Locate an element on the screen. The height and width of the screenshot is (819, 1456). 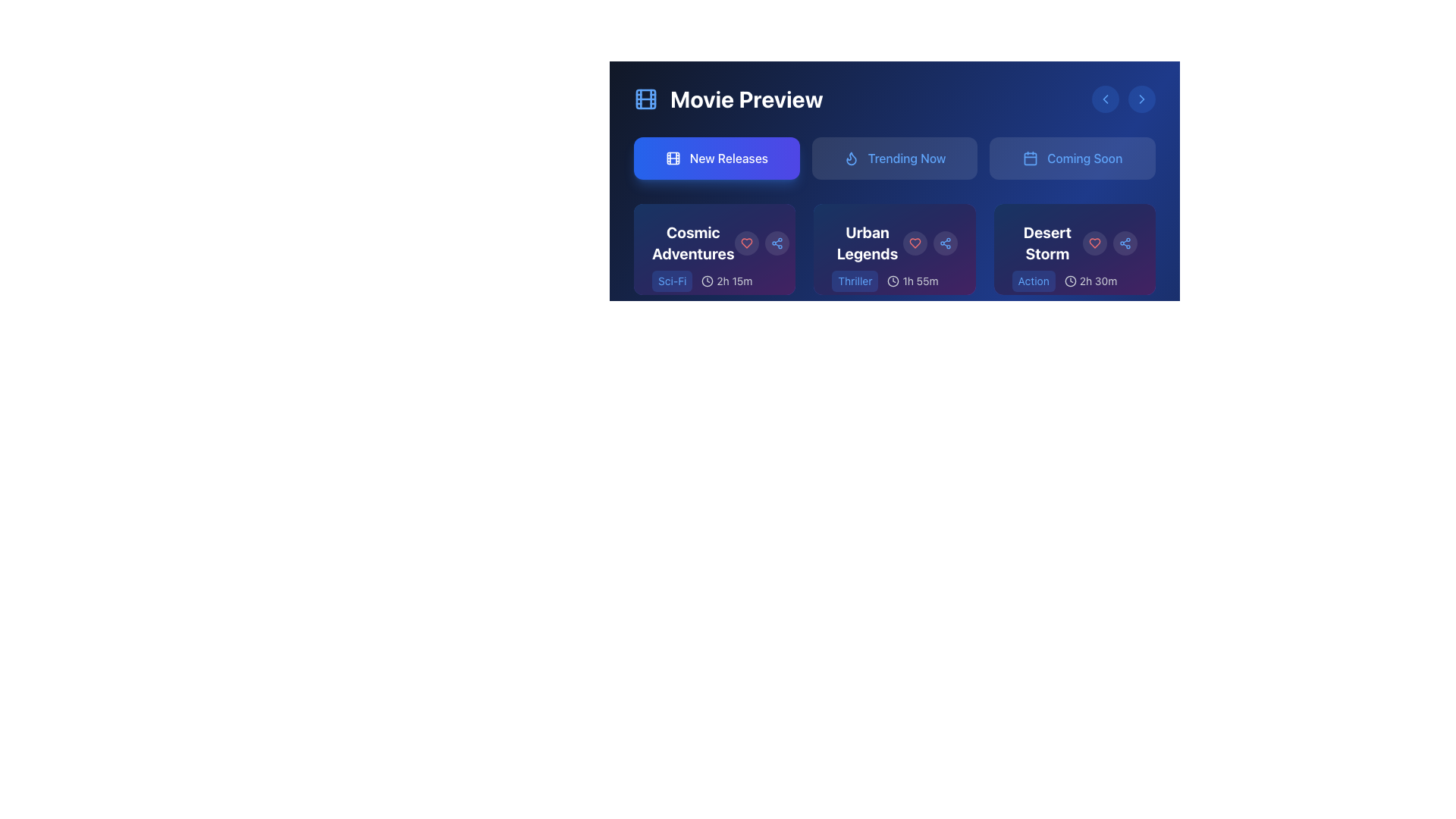
the small, rounded clock icon located in the 'Urban Legends' section under the 'Thriller' tag, which is positioned to the left of the text '1h 55m' is located at coordinates (893, 281).